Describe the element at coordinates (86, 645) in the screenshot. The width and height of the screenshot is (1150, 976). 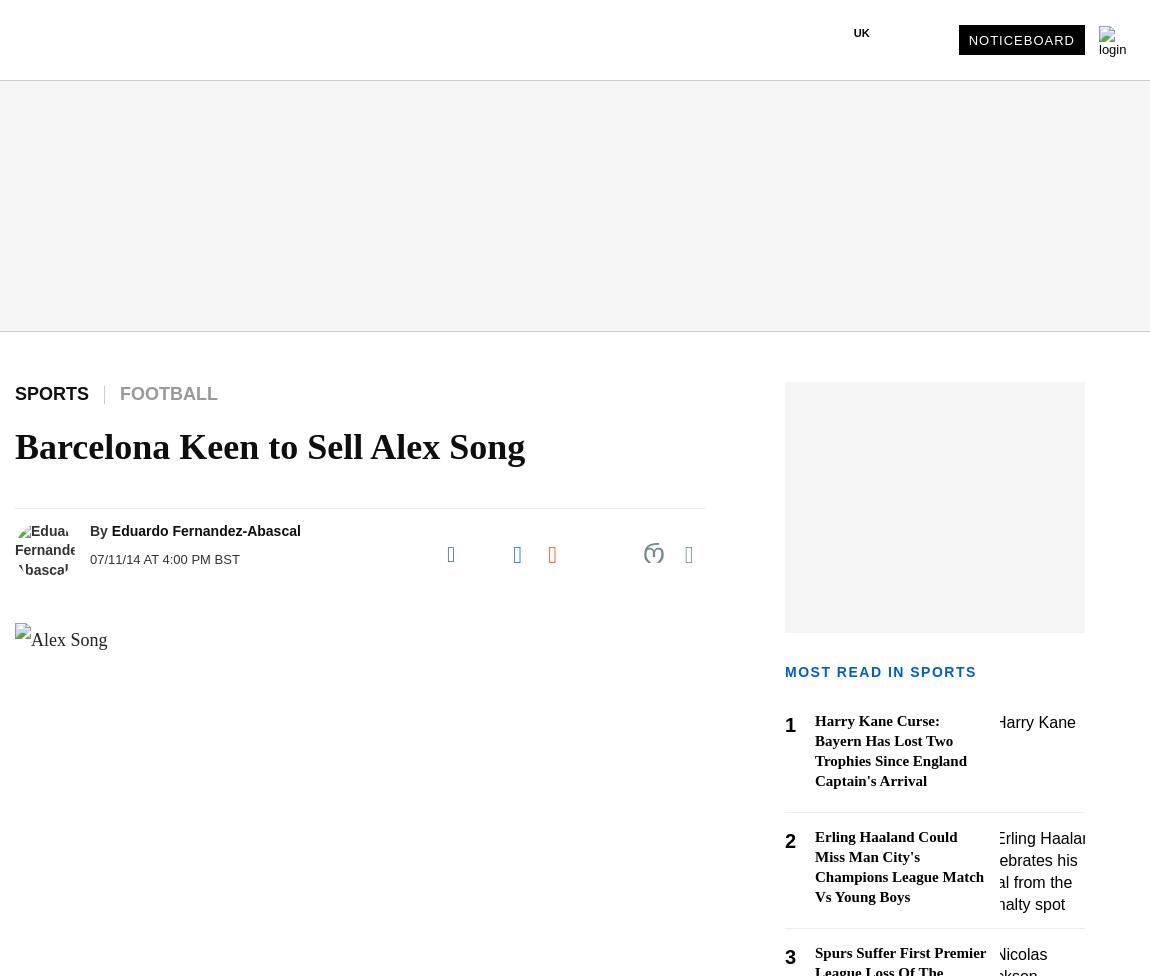
I see `'- Finance & Banking'` at that location.